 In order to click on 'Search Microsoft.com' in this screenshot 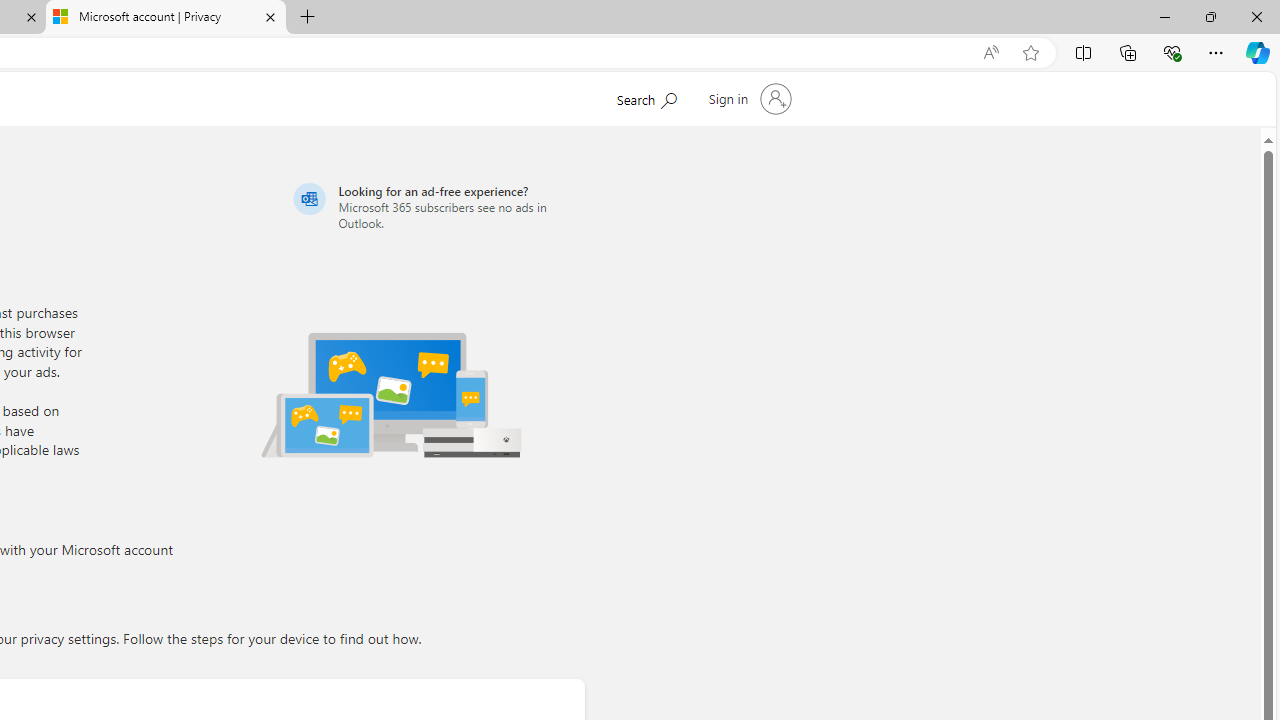, I will do `click(646, 97)`.